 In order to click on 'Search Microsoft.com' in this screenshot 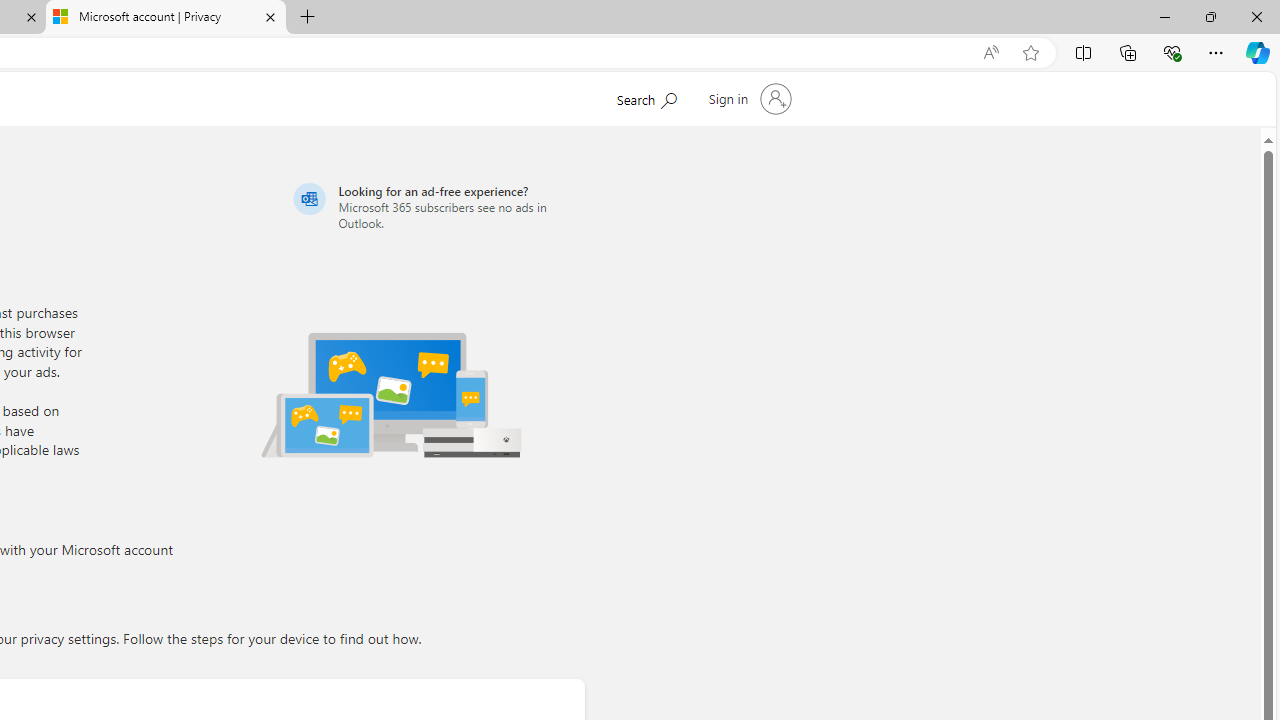, I will do `click(646, 97)`.